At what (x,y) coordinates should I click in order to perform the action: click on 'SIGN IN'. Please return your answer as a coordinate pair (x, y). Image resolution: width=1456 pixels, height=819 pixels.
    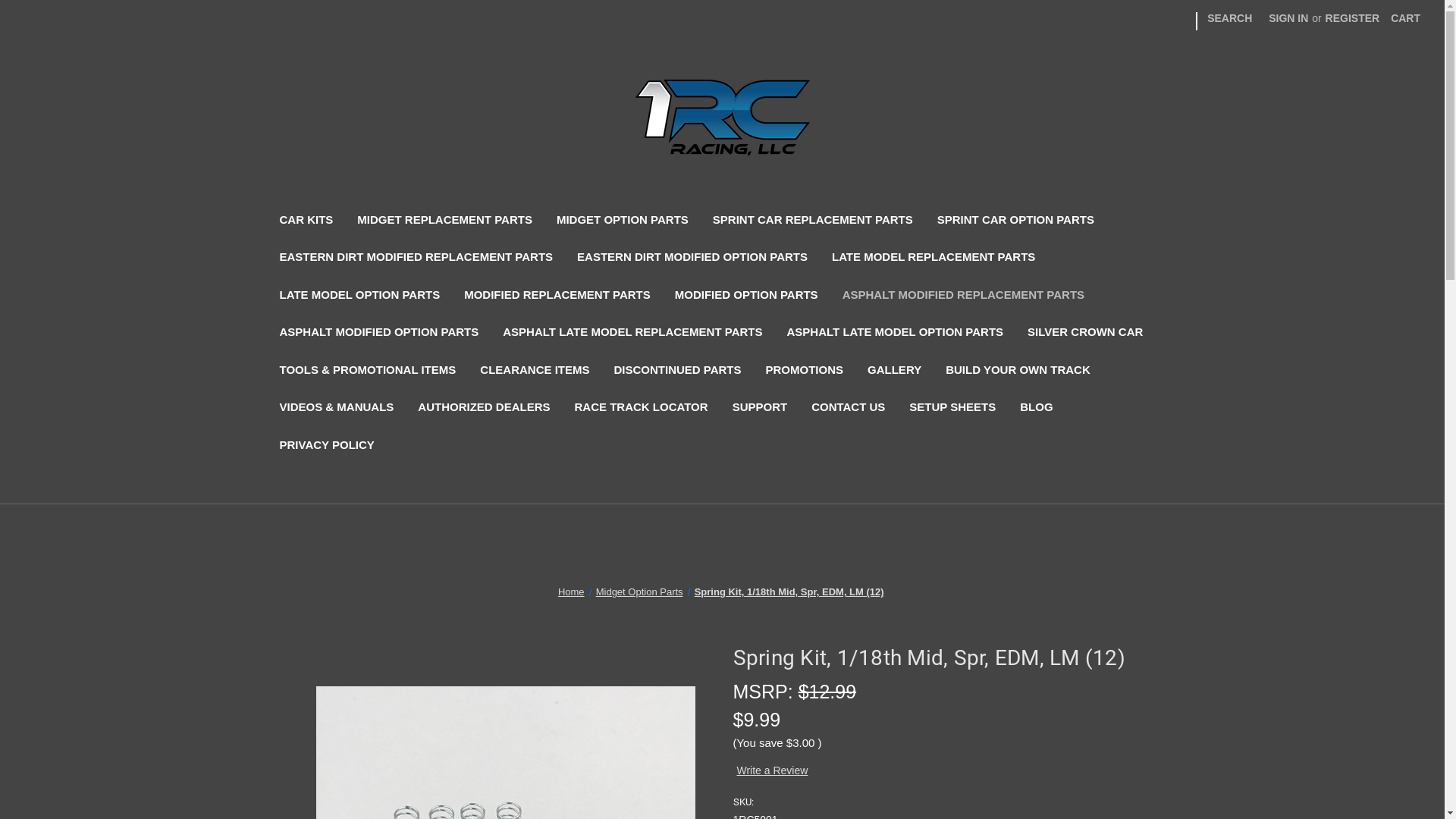
    Looking at the image, I should click on (1288, 18).